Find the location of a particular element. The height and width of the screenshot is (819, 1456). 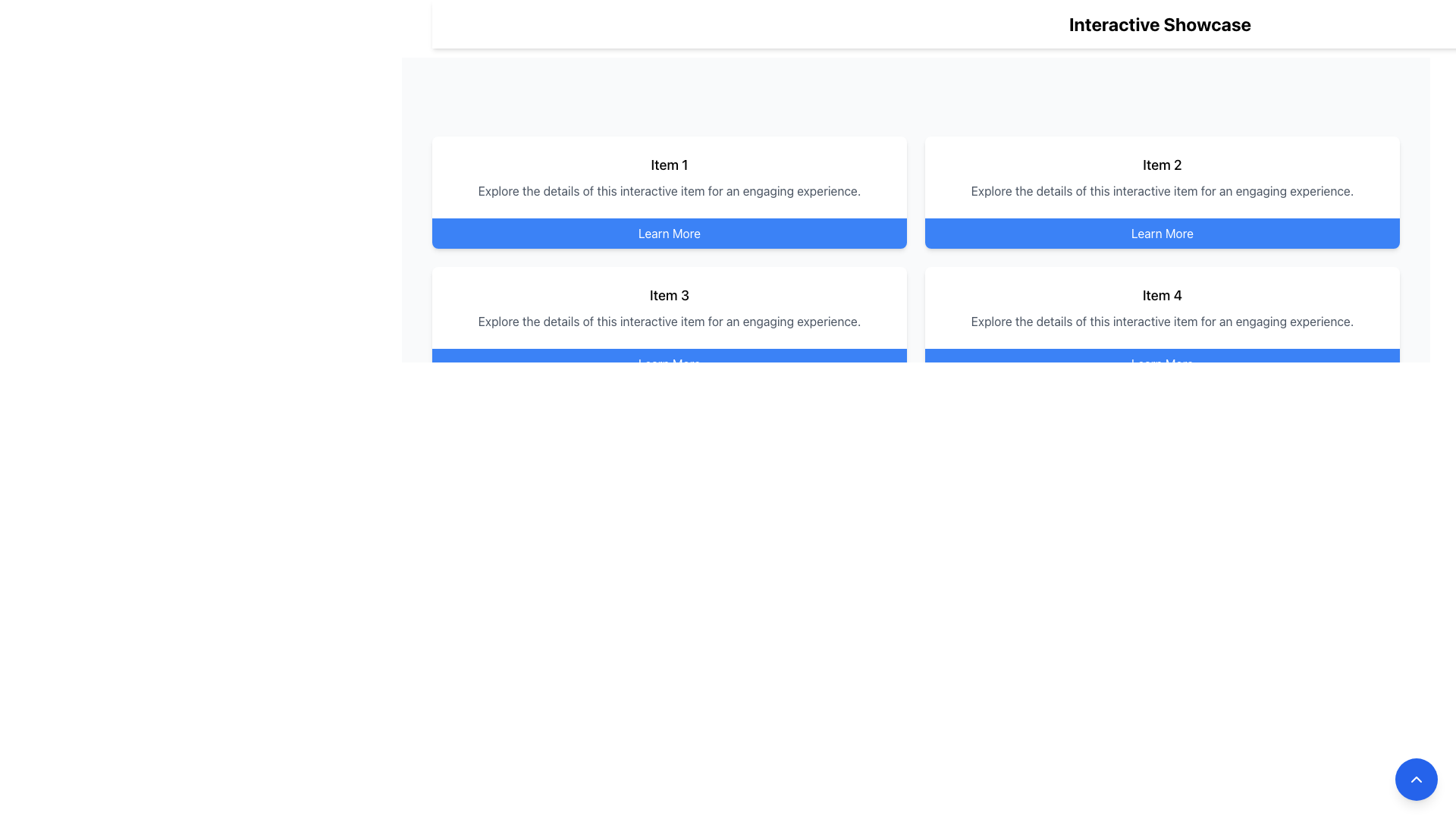

the descriptive text element that provides details about 'Item 2', located in the upper-right card section of the grid layout is located at coordinates (1161, 190).